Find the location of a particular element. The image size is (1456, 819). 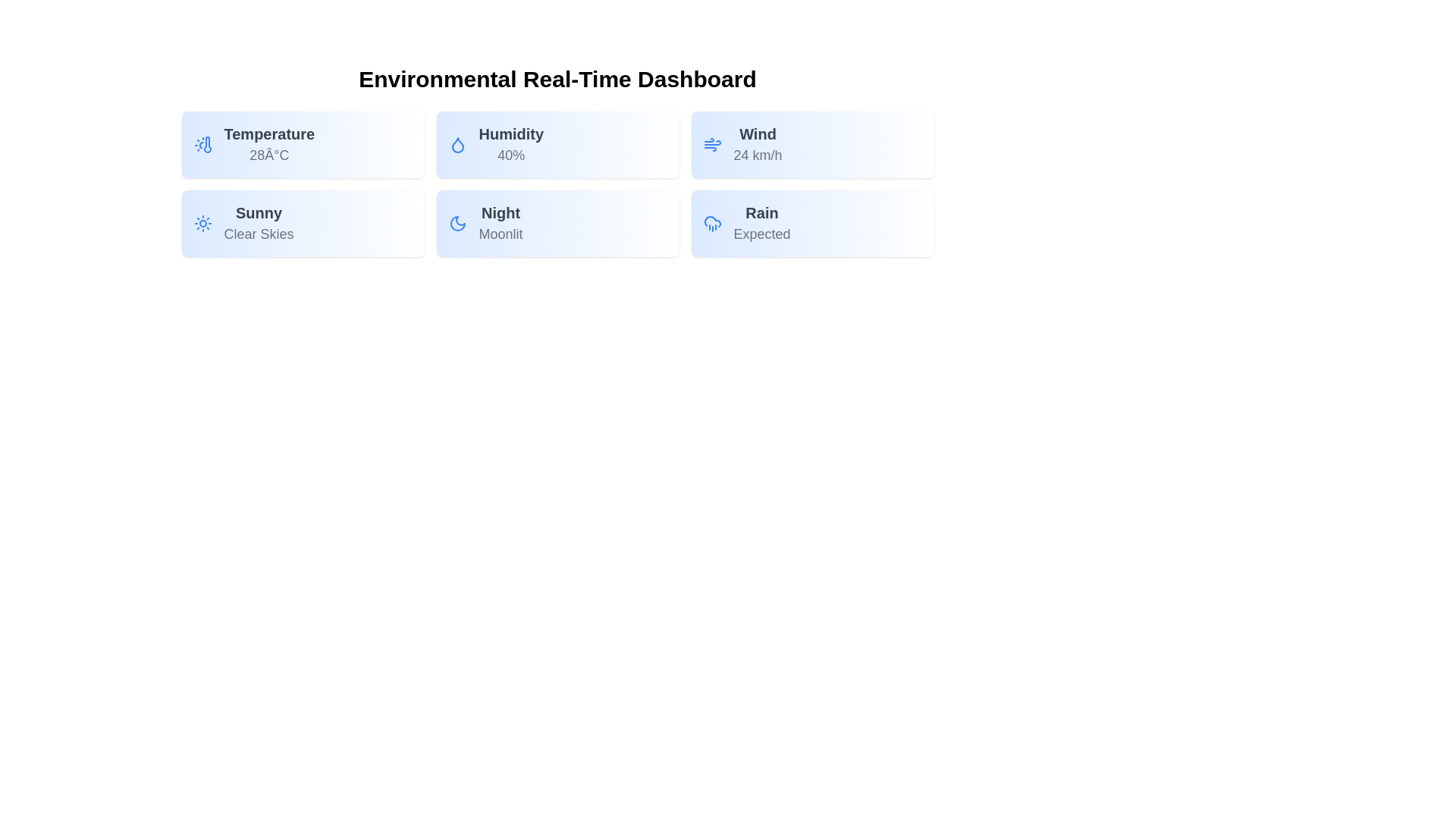

the Informative card displaying sunny weather information, located in the second row and first column of the grid layout is located at coordinates (303, 223).